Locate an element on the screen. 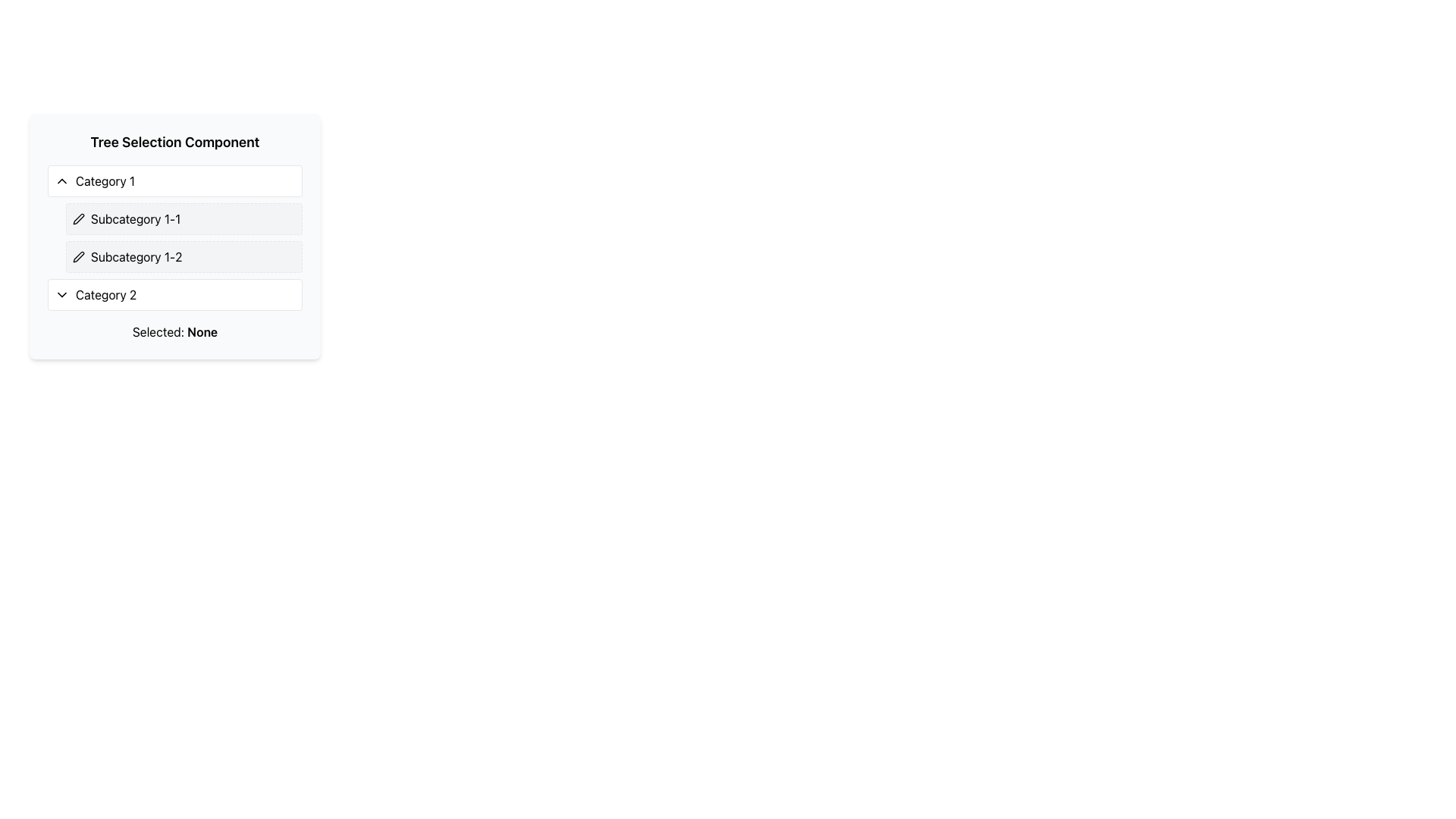  the chevron icon located next to the 'Category 1' text in the tree selection component is located at coordinates (61, 180).